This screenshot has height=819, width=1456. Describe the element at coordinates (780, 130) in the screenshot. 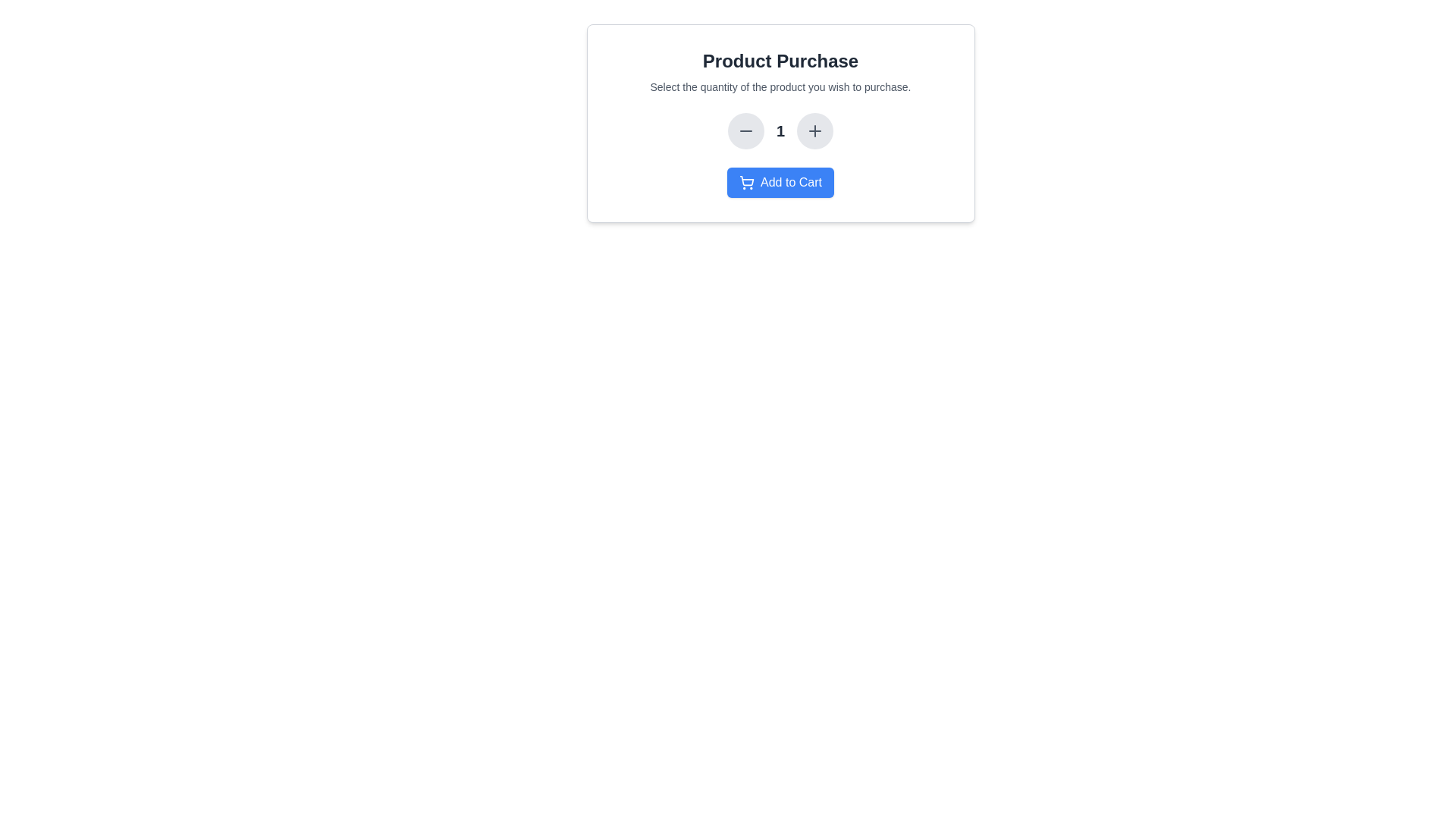

I see `the text display that shows the current numeric value of the selected product quantity, positioned between the decrement and increment buttons` at that location.